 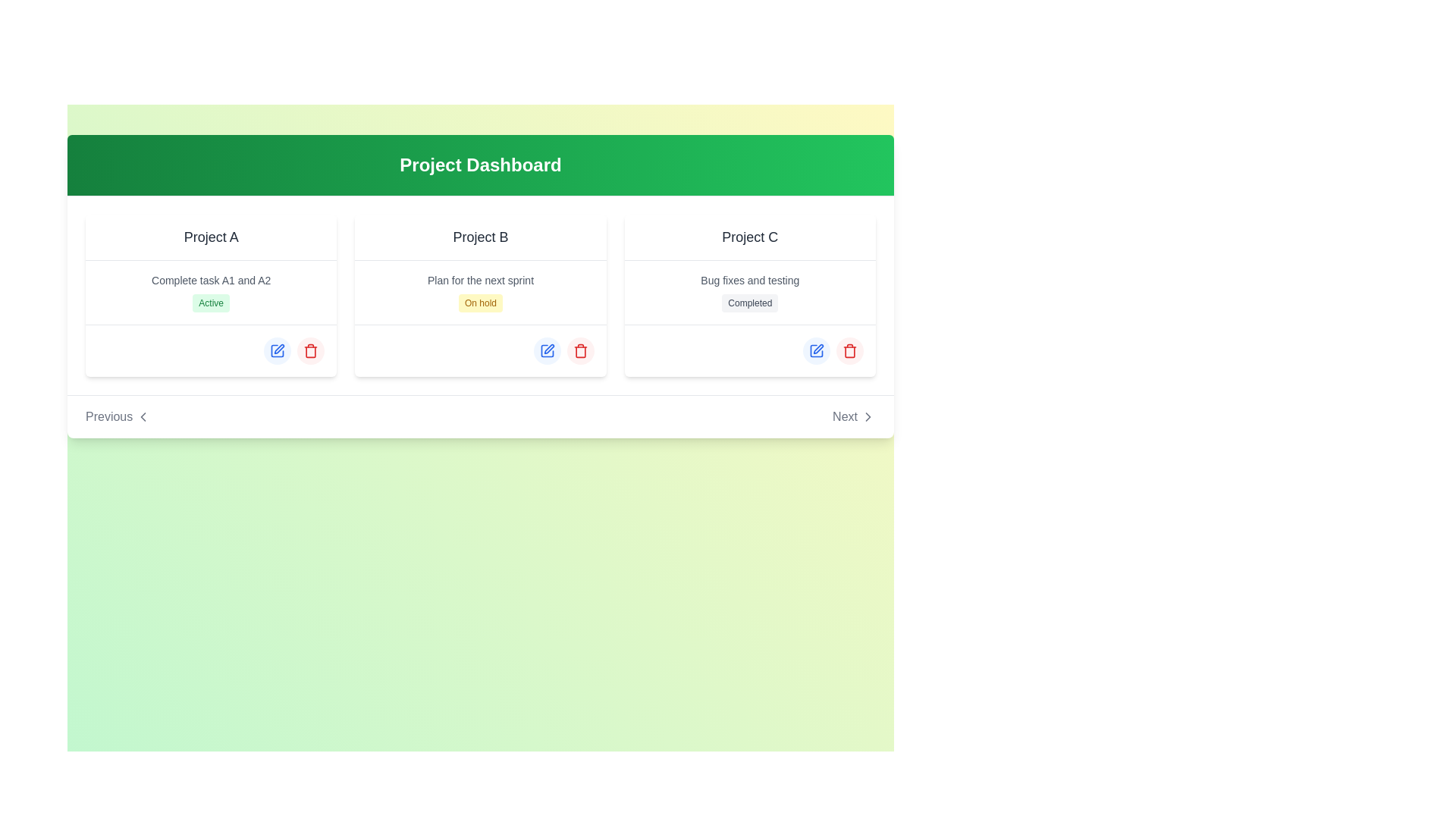 What do you see at coordinates (579, 350) in the screenshot?
I see `the circular trash button with a light red background located under the 'Project B' card in the 'Project Dashboard' section` at bounding box center [579, 350].